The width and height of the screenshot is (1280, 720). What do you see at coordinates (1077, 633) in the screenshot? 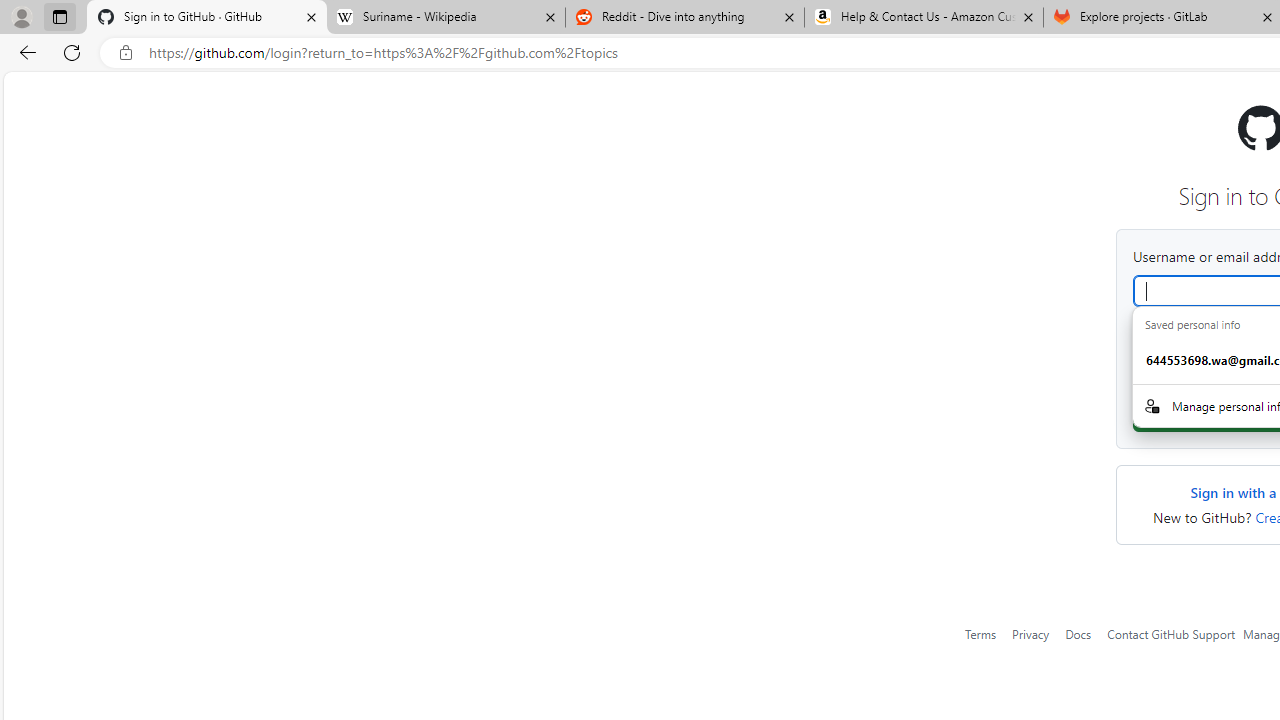
I see `'Docs'` at bounding box center [1077, 633].